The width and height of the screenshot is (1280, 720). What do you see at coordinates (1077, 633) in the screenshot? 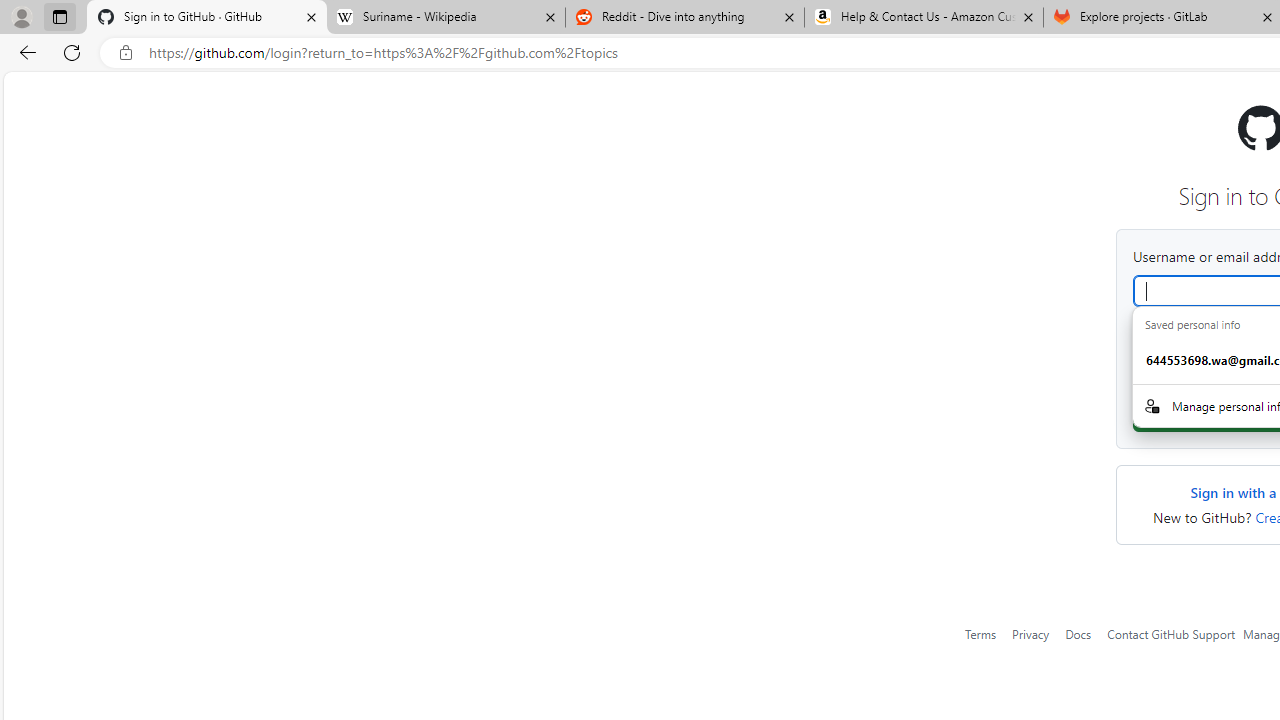
I see `'Docs'` at bounding box center [1077, 633].